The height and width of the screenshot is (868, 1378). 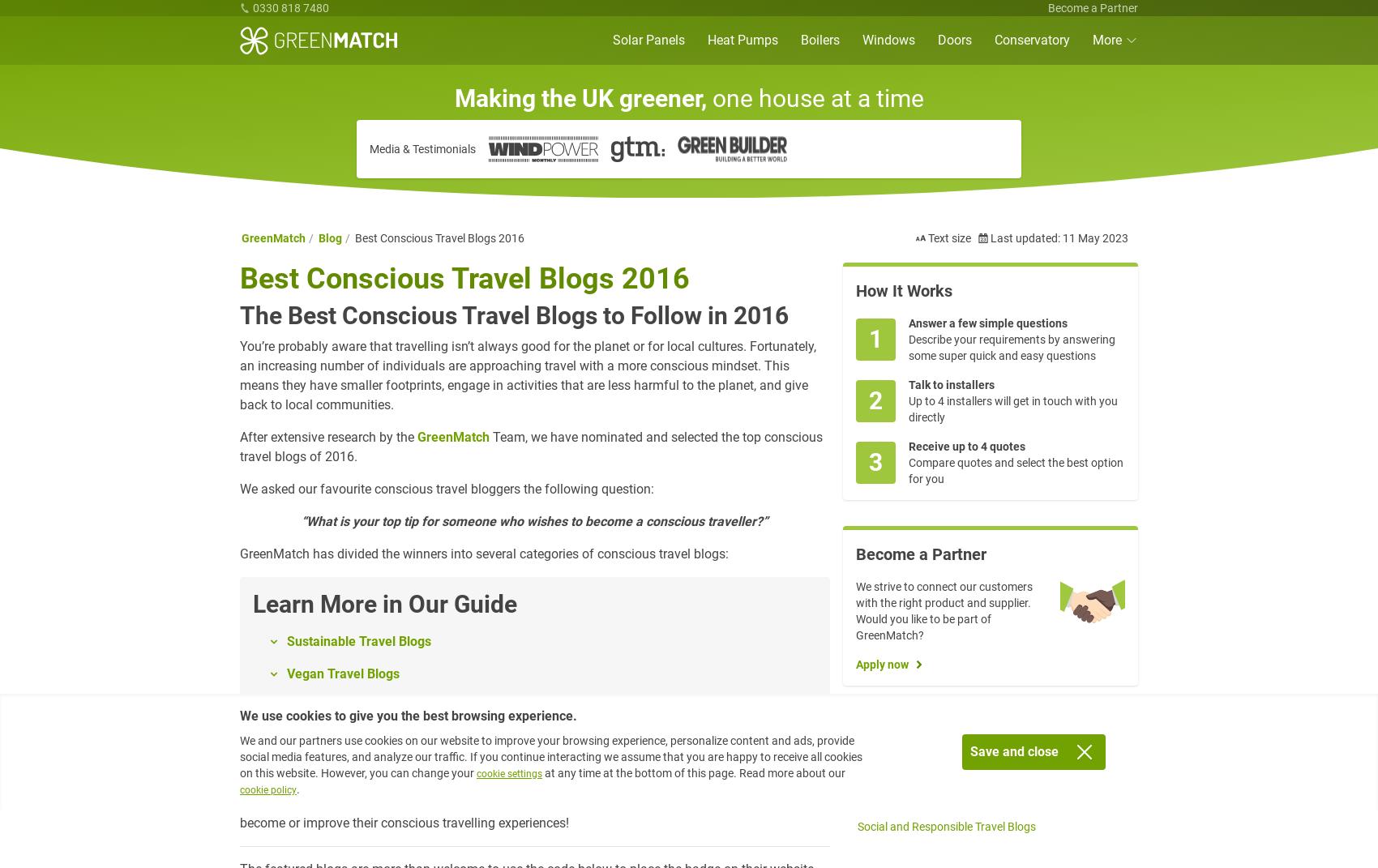 I want to click on 'We use cookies to give you the best browsing experience.', so click(x=409, y=716).